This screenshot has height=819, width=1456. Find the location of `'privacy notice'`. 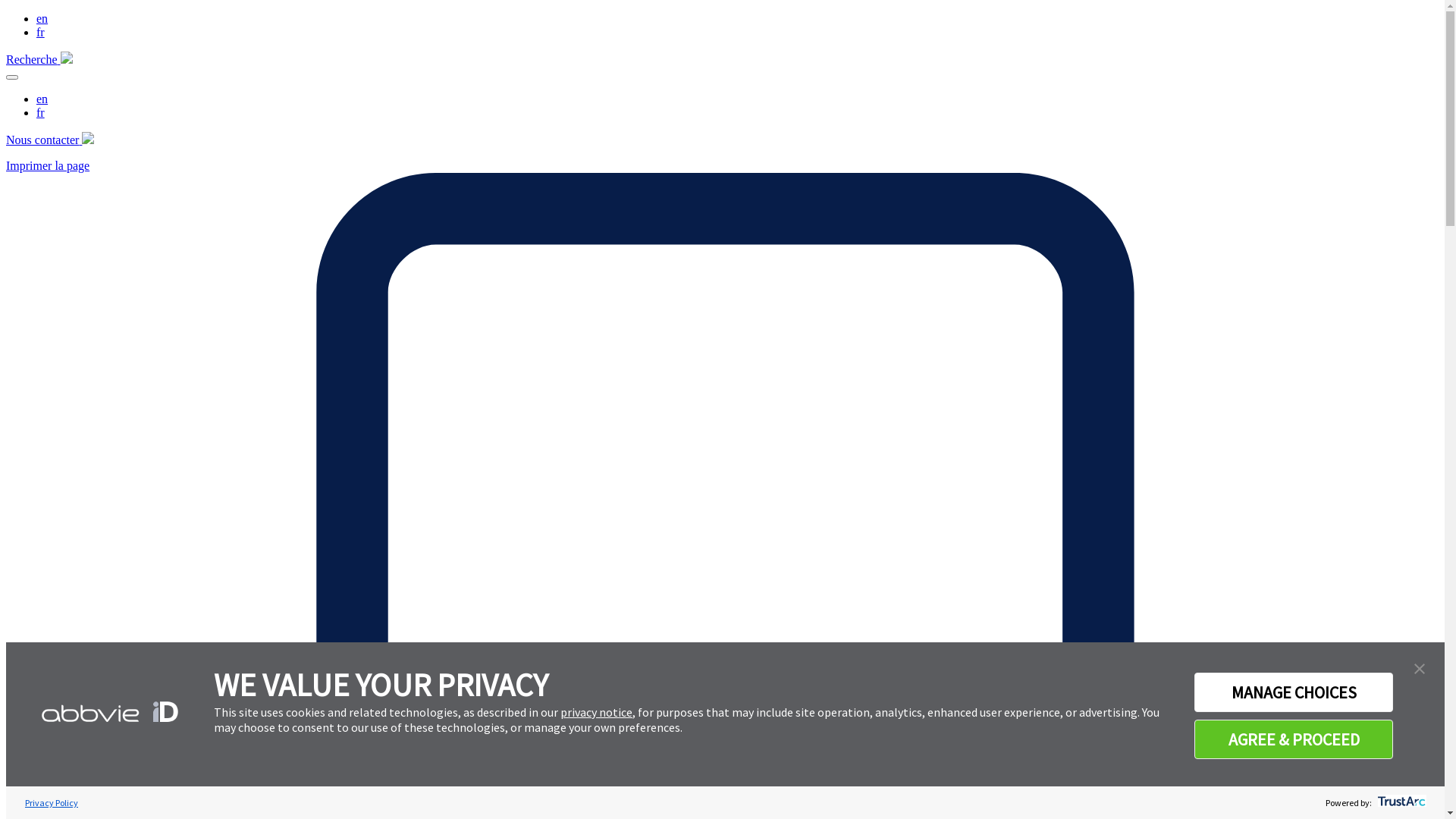

'privacy notice' is located at coordinates (560, 711).